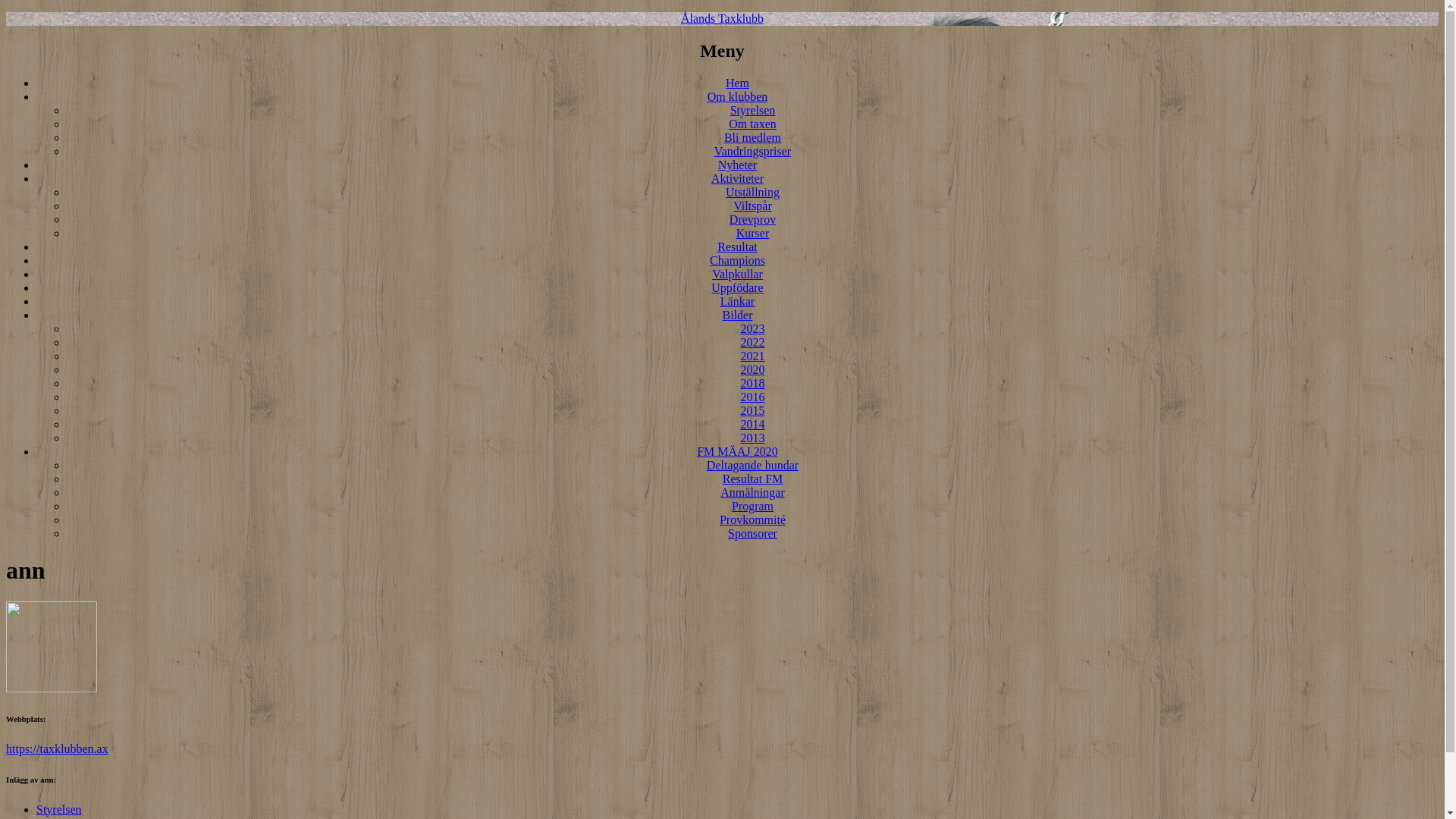 This screenshot has height=819, width=1456. I want to click on '2018', so click(739, 382).